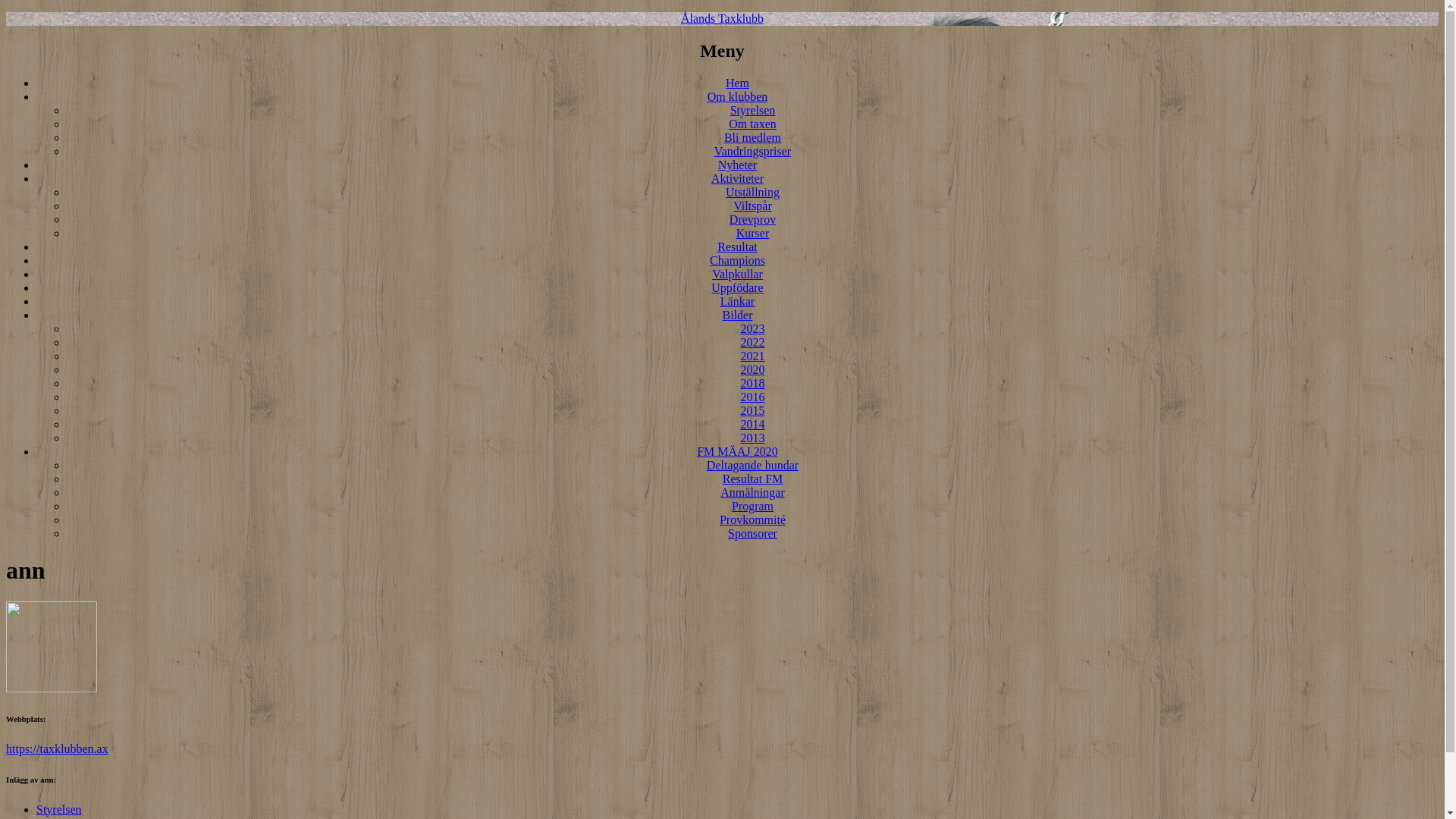 This screenshot has height=819, width=1456. I want to click on '2018', so click(739, 382).